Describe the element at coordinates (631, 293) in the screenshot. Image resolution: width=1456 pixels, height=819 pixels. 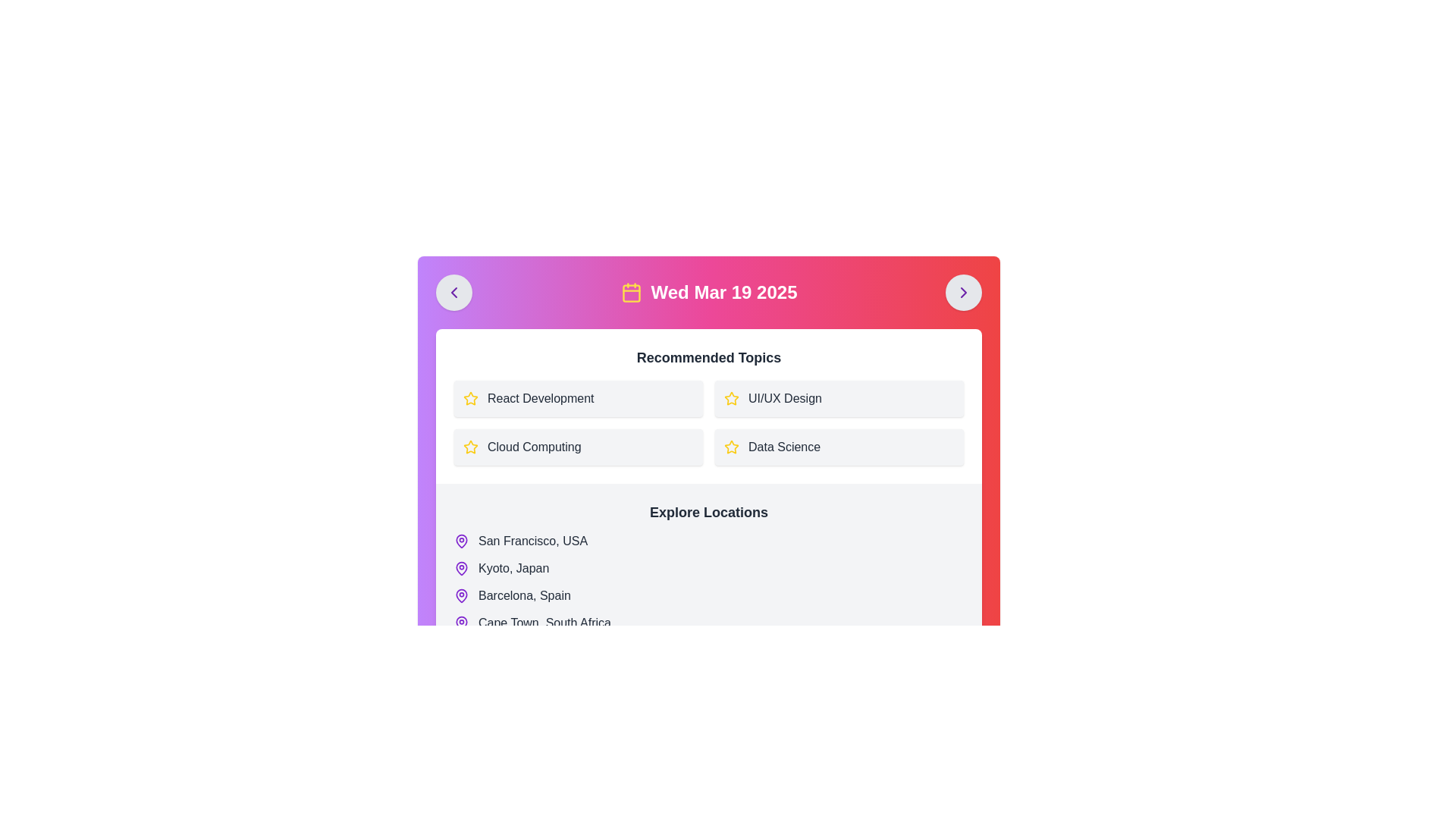
I see `the Decorative SVG rectangle with a yellow background that is located within the calendar icon at the top-center of the interface` at that location.